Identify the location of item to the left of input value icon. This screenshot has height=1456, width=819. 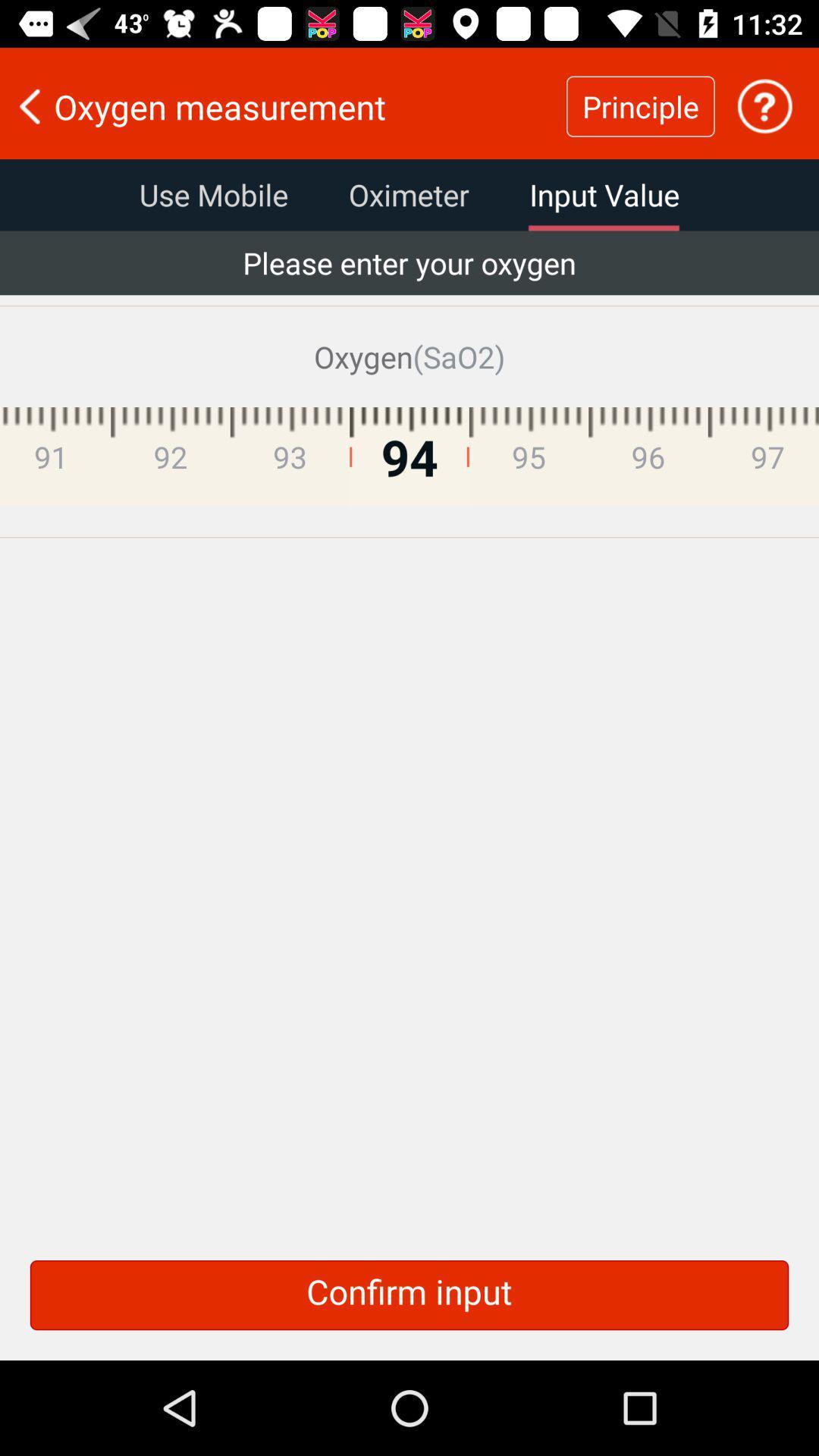
(408, 194).